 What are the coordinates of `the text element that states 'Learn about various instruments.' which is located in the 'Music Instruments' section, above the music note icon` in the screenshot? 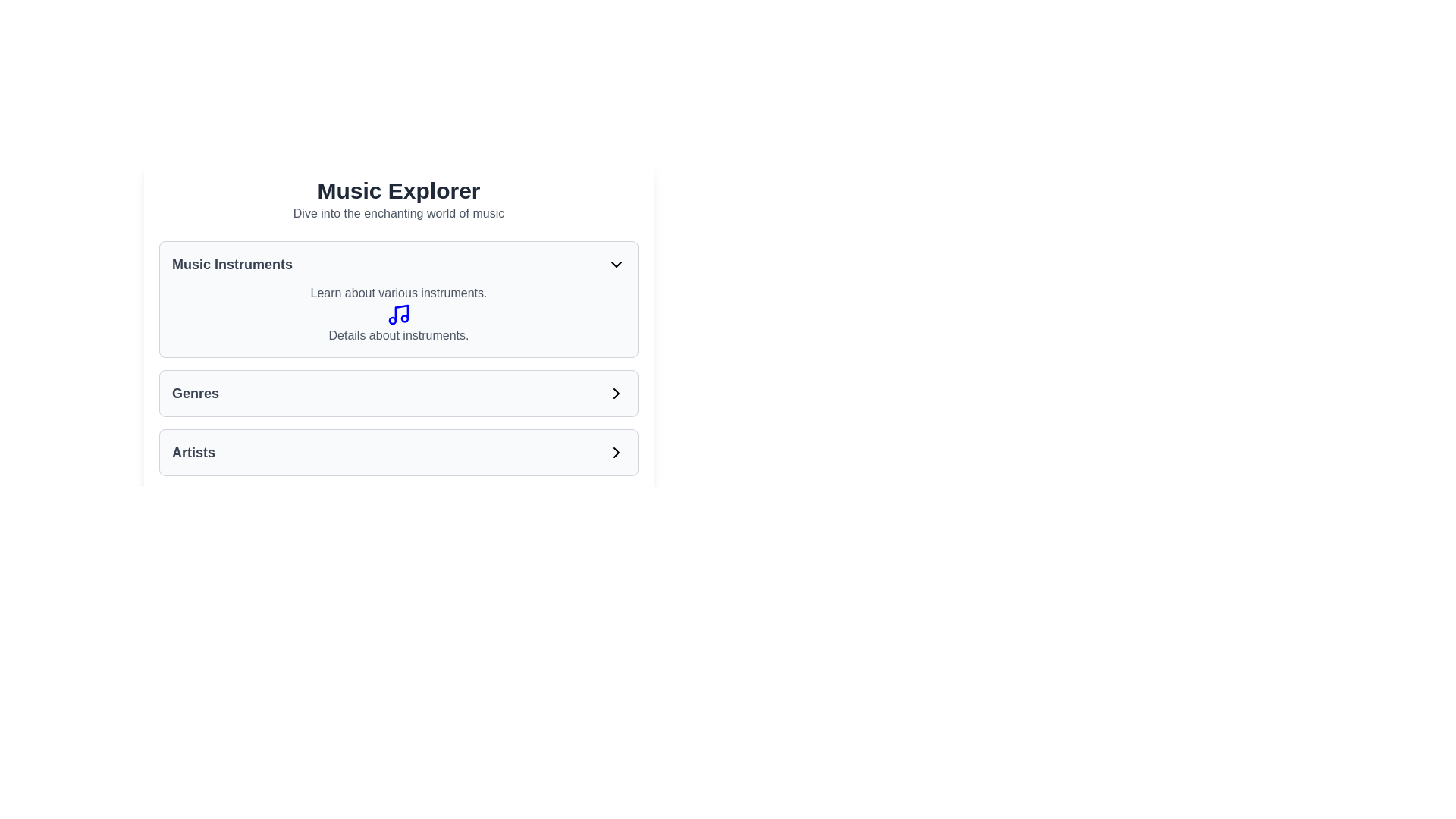 It's located at (399, 293).